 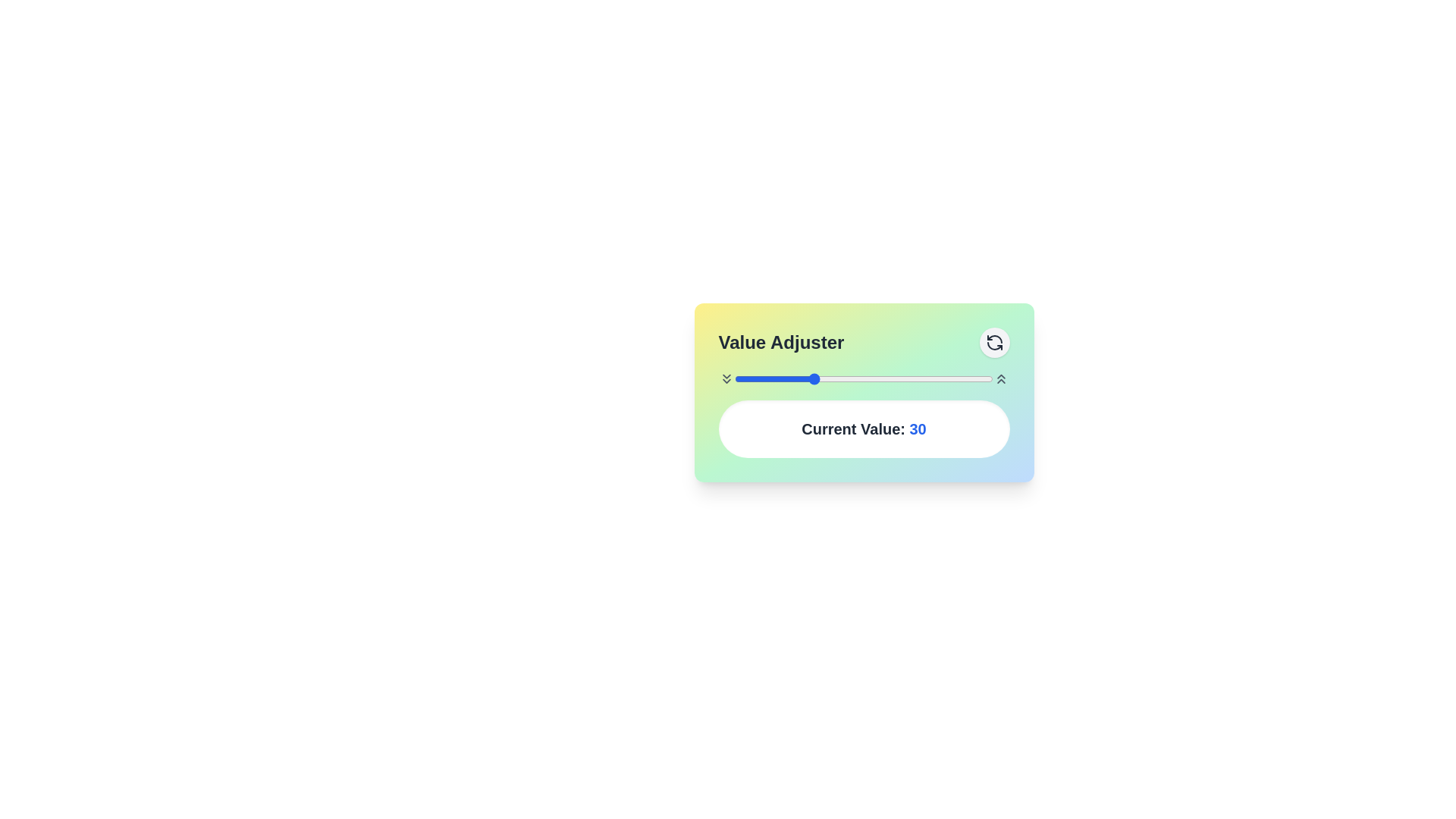 I want to click on the slider to set the value to 9, so click(x=758, y=378).